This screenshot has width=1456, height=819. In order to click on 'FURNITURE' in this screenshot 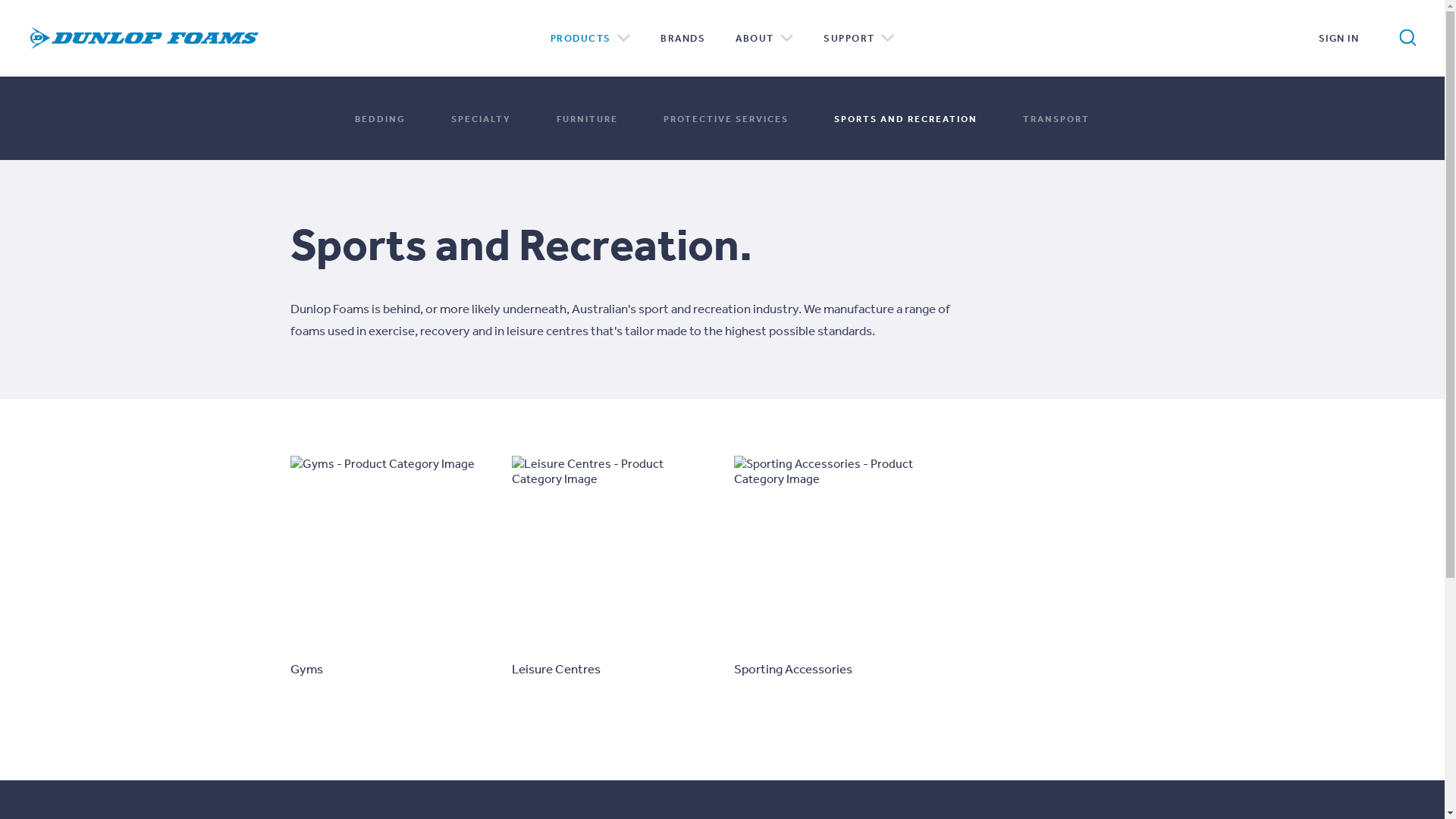, I will do `click(586, 117)`.